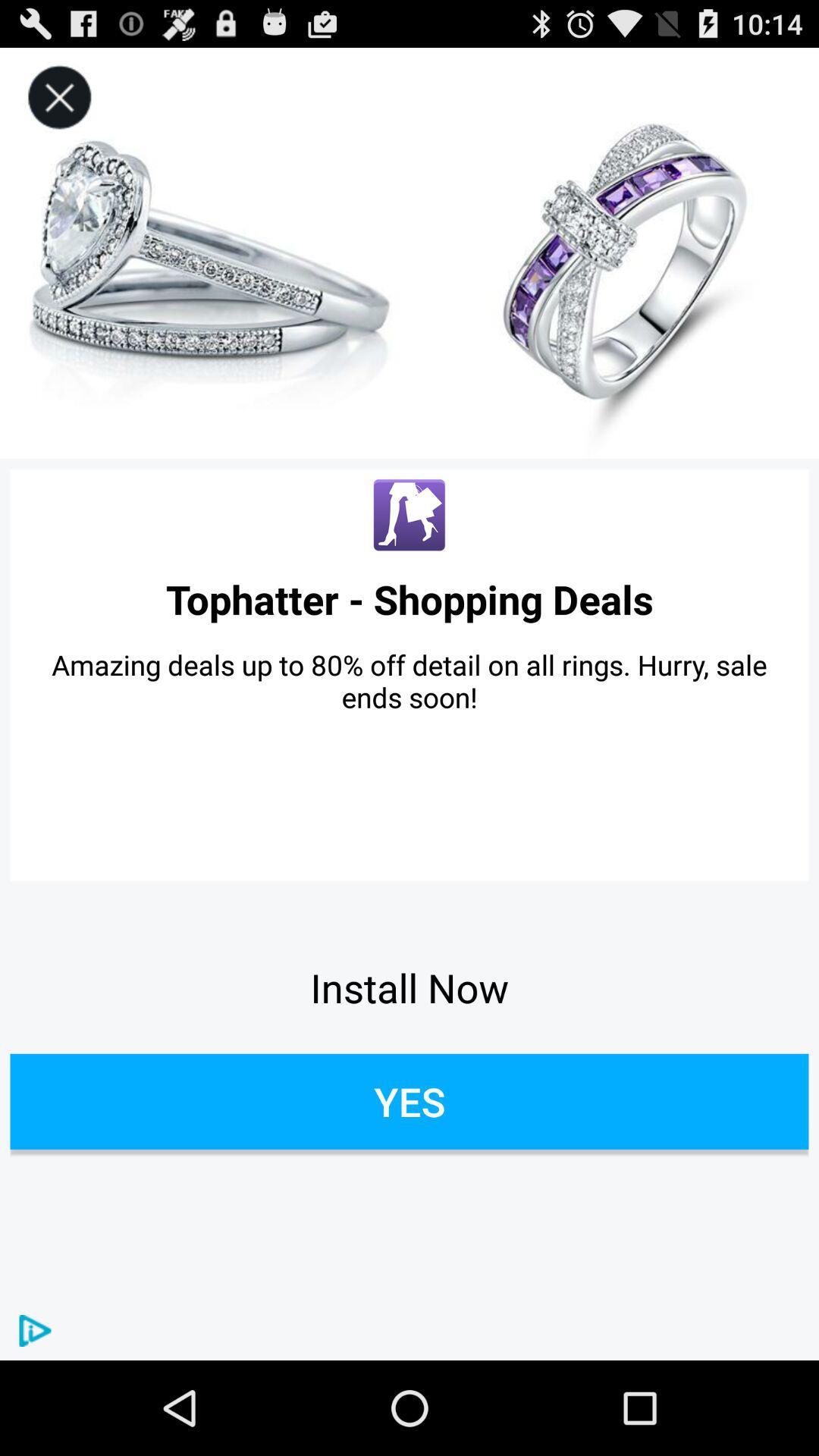 The image size is (819, 1456). What do you see at coordinates (409, 987) in the screenshot?
I see `the icon below amazing deals up` at bounding box center [409, 987].